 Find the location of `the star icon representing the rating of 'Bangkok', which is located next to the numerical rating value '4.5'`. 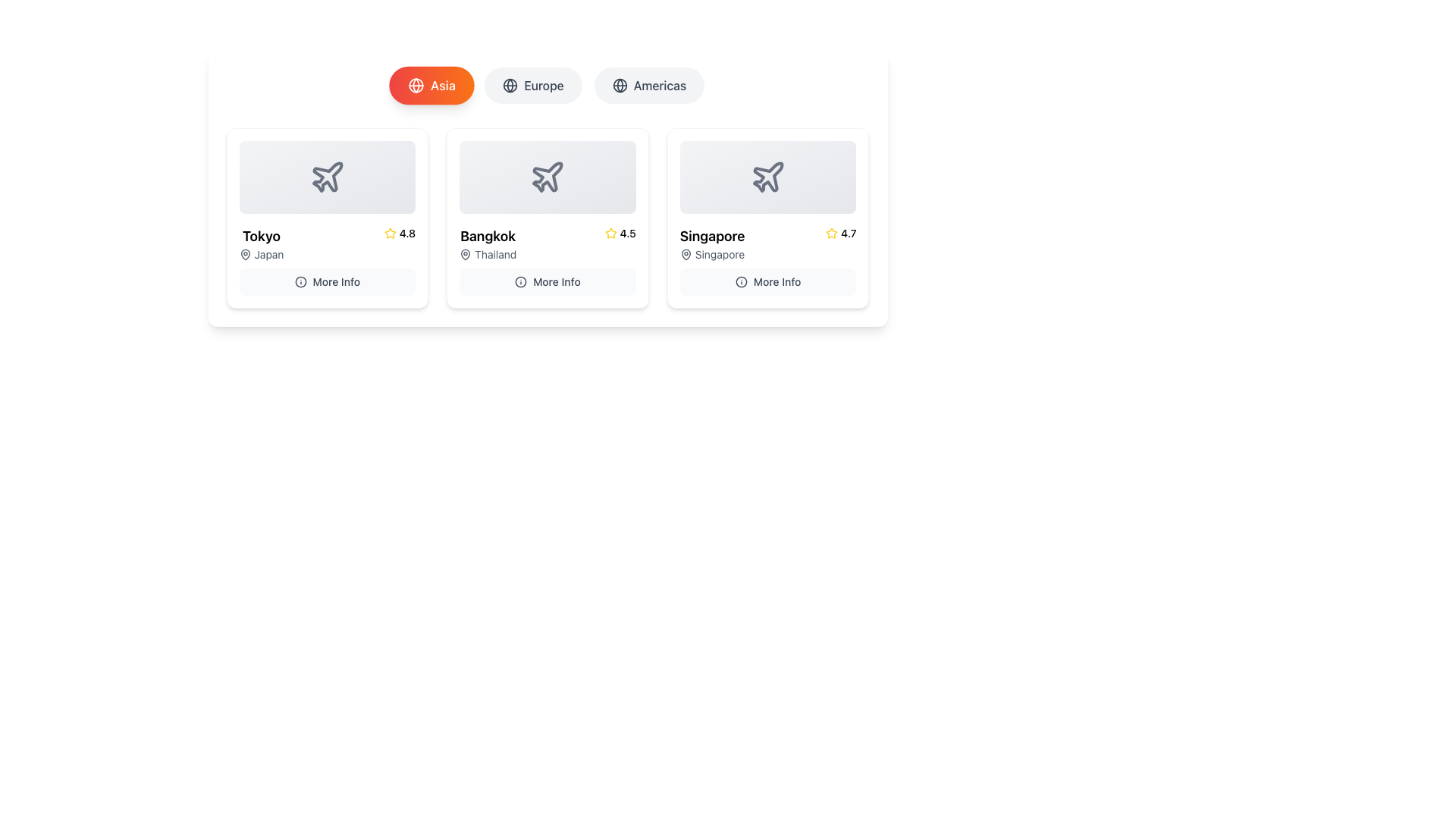

the star icon representing the rating of 'Bangkok', which is located next to the numerical rating value '4.5' is located at coordinates (610, 233).